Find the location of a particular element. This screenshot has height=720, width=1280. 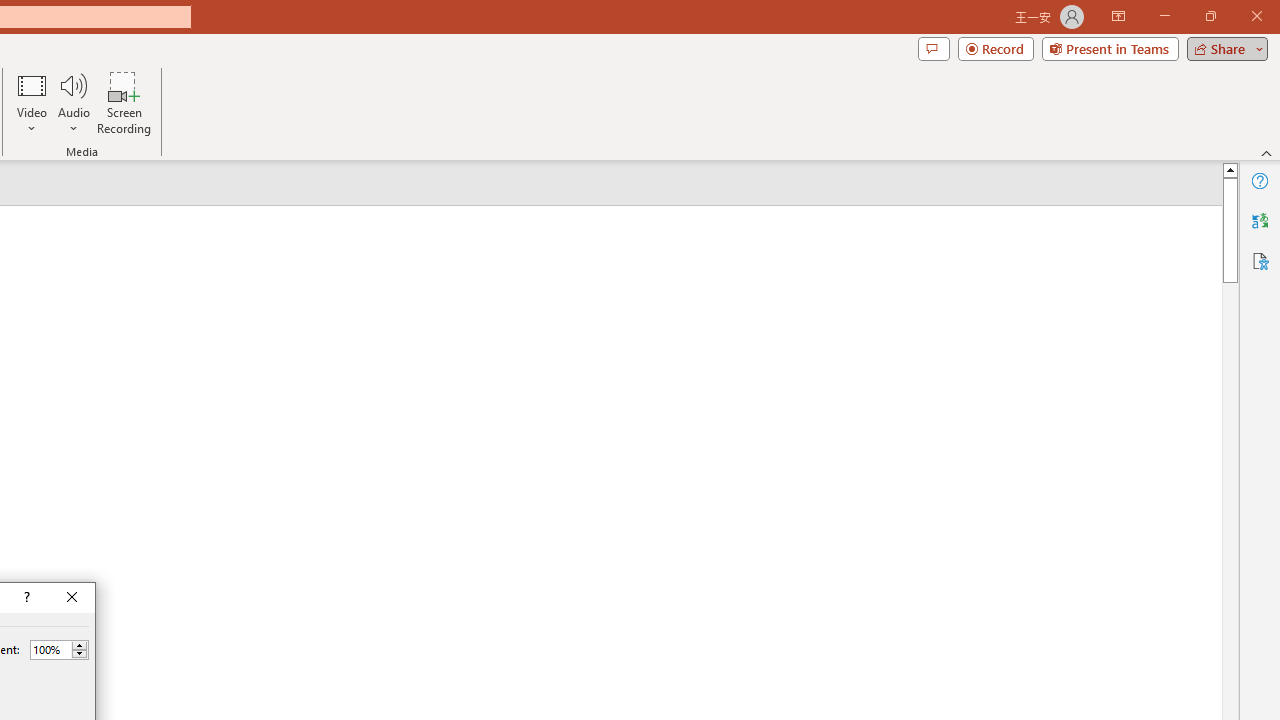

'Percent' is located at coordinates (50, 649).